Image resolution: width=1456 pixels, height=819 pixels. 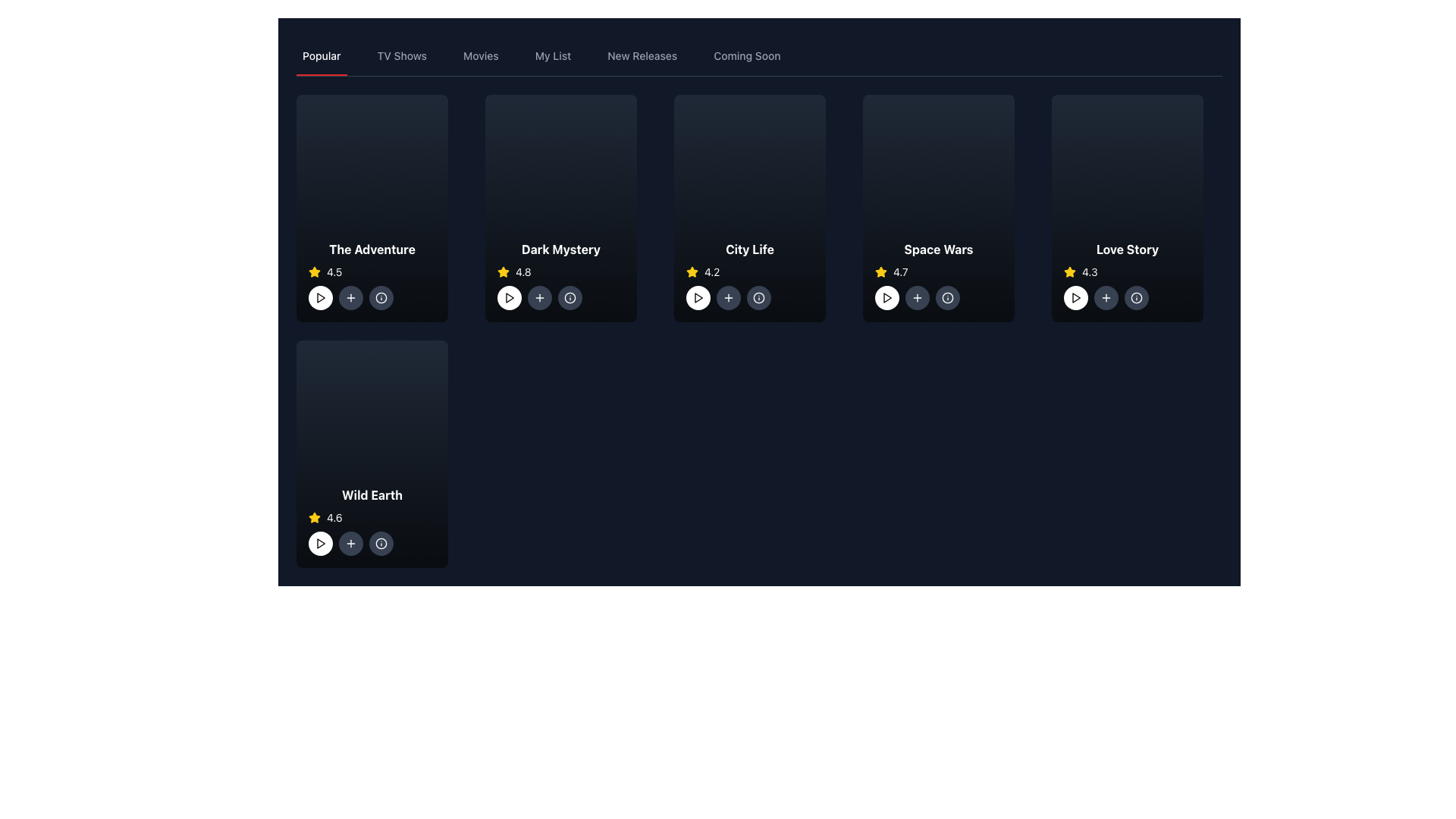 I want to click on the Text label that serves as the title of the media item in the third card of the UI, so click(x=749, y=248).